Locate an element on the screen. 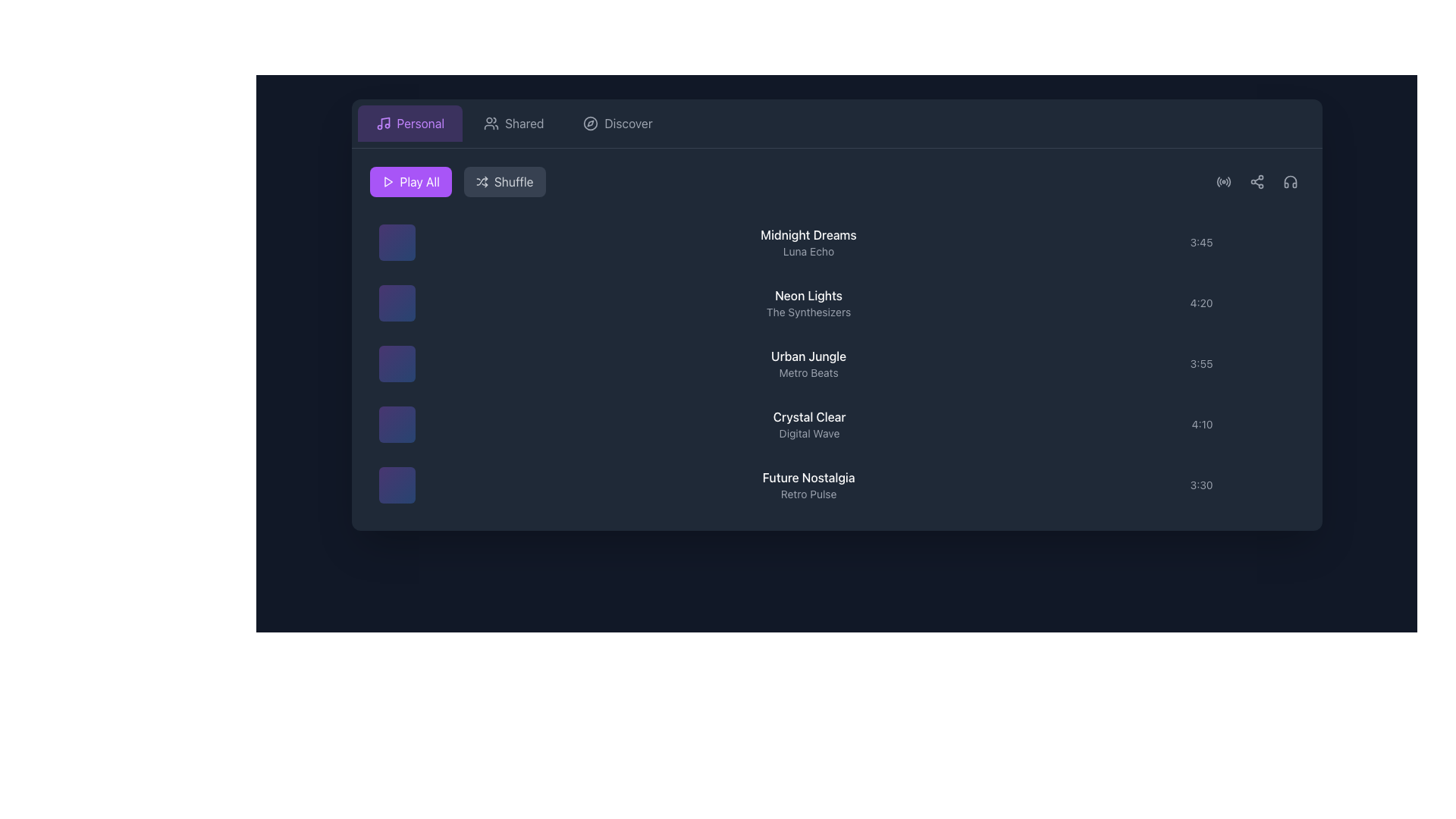  the list item labeled 'Urban Jungle' is located at coordinates (836, 363).